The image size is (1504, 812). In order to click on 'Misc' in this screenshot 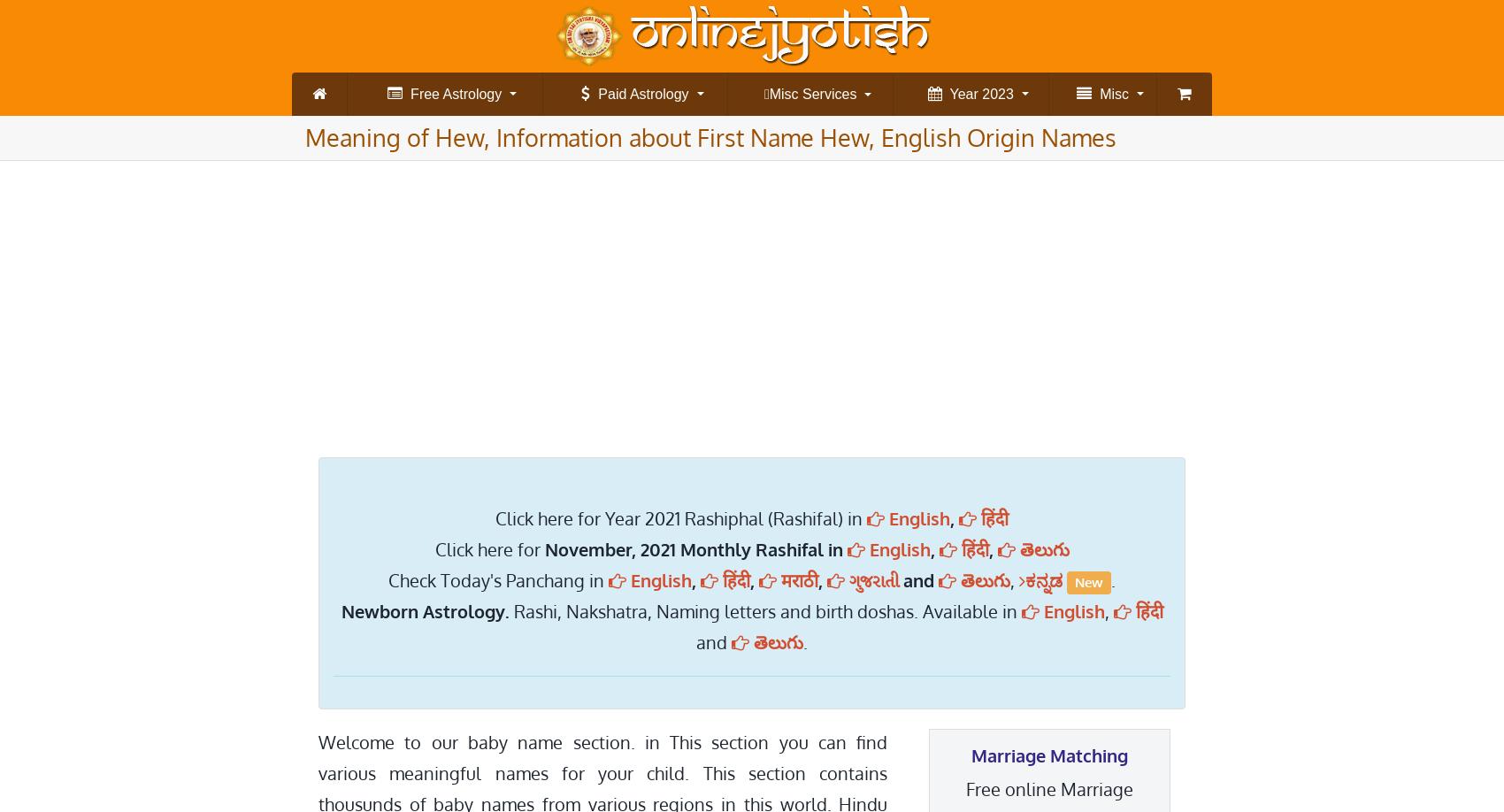, I will do `click(1109, 93)`.